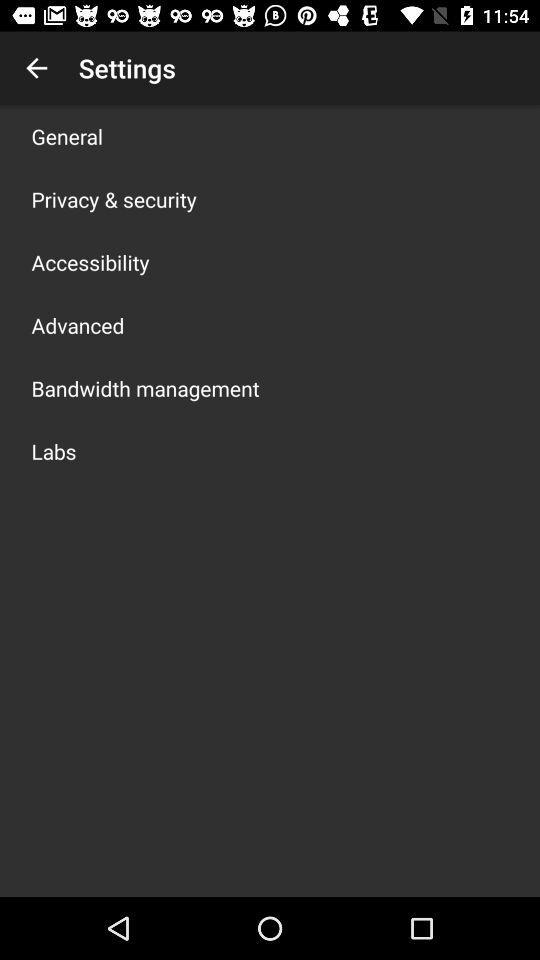  I want to click on labs icon, so click(54, 451).